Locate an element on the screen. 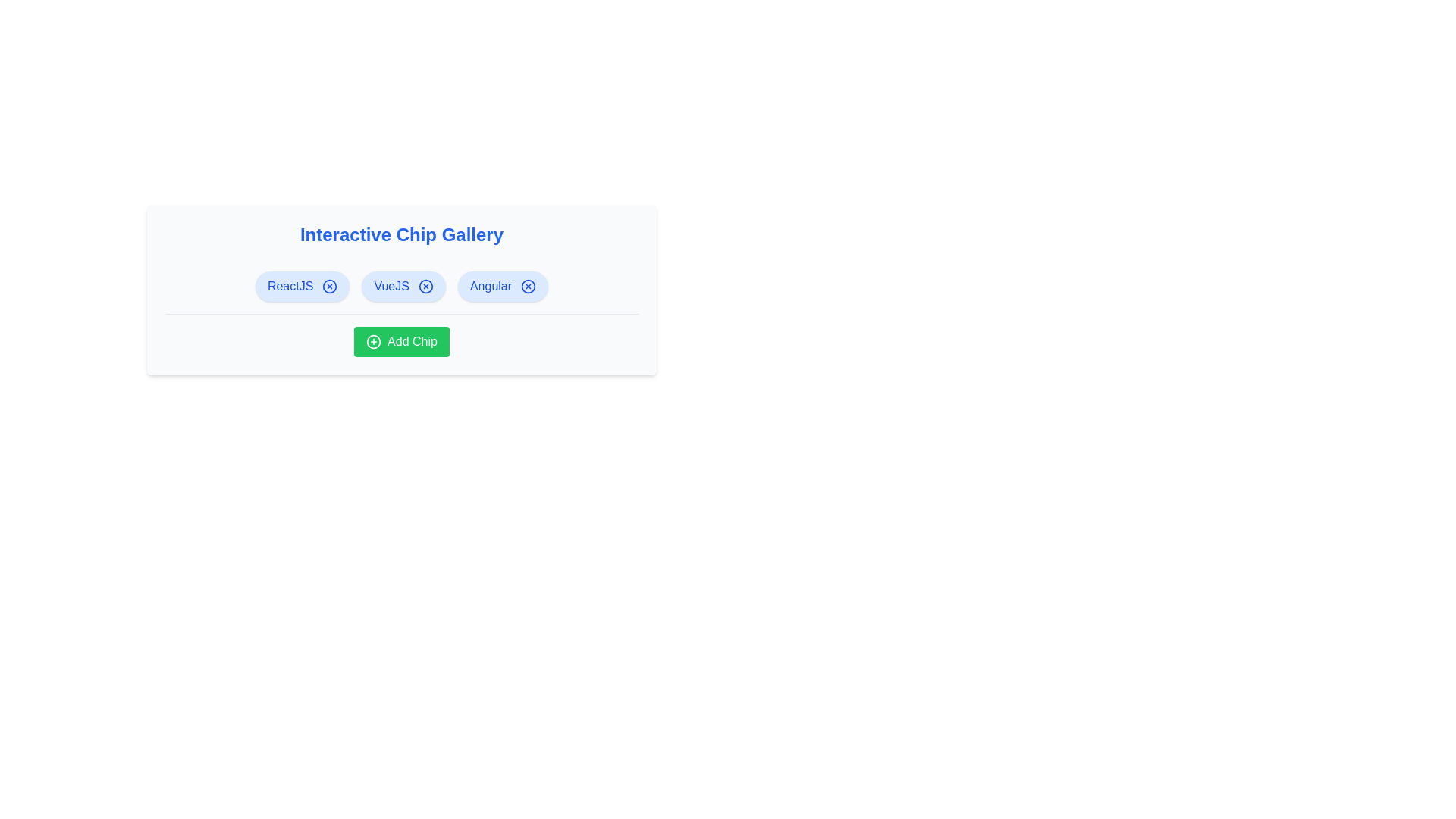 This screenshot has width=1456, height=819. the 'X' icon of the chip labeled ReactJS to remove it is located at coordinates (329, 287).